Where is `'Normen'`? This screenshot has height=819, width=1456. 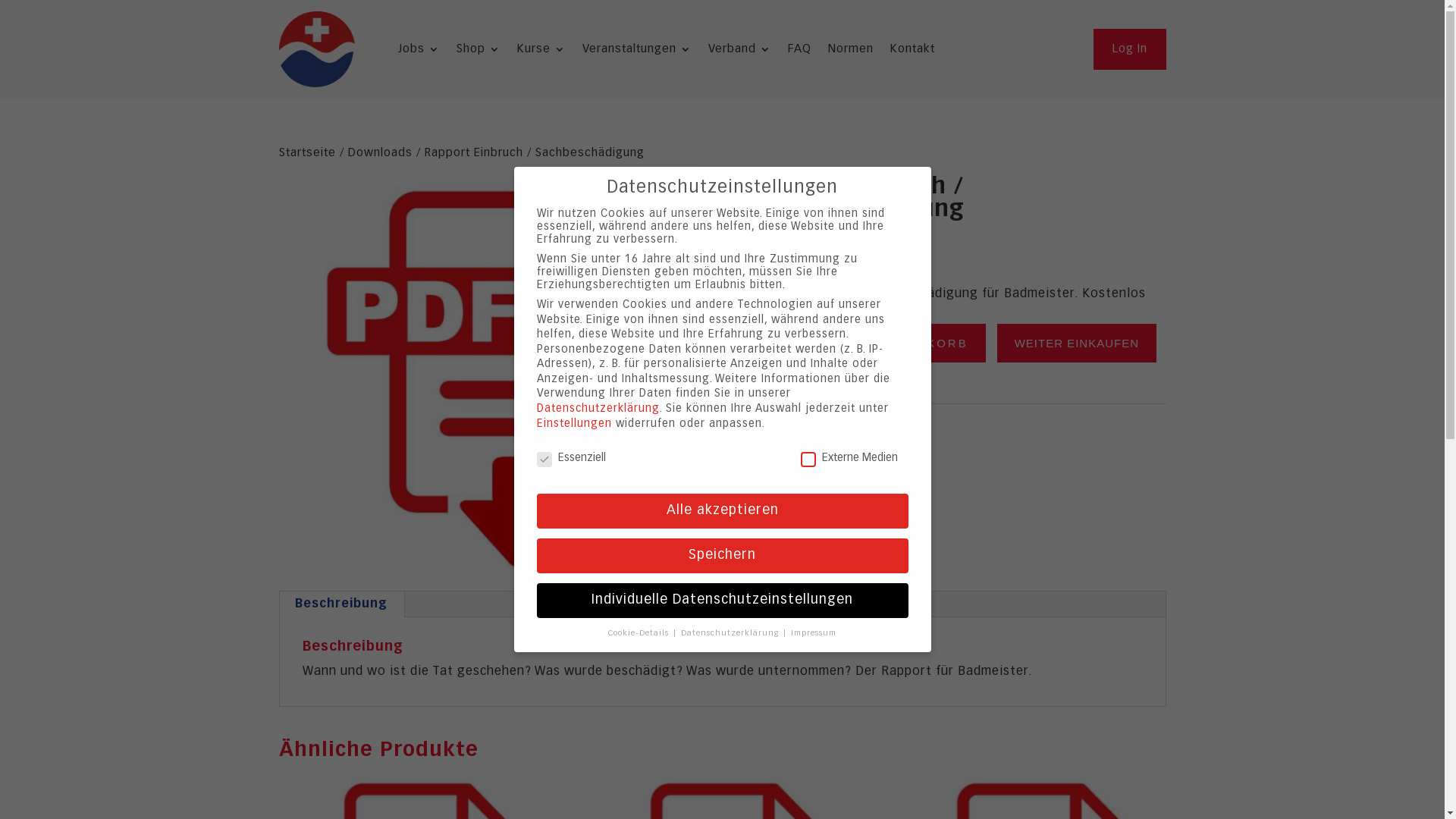 'Normen' is located at coordinates (851, 52).